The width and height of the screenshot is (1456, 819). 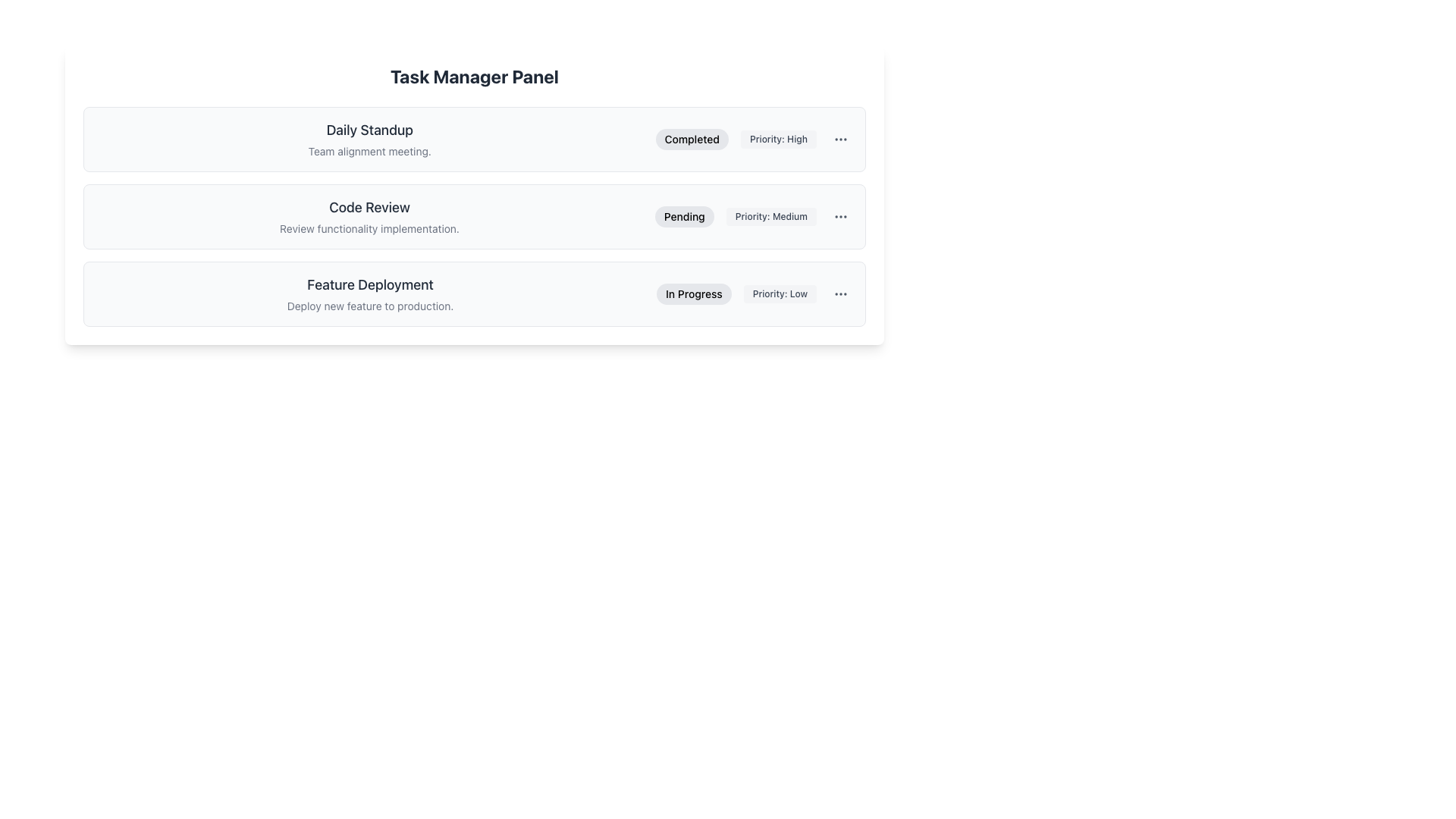 What do you see at coordinates (370, 284) in the screenshot?
I see `the text label that contains the phrase 'Feature Deployment', which is styled in bold and dark gray, positioned at the top of its section within a card-like structure` at bounding box center [370, 284].